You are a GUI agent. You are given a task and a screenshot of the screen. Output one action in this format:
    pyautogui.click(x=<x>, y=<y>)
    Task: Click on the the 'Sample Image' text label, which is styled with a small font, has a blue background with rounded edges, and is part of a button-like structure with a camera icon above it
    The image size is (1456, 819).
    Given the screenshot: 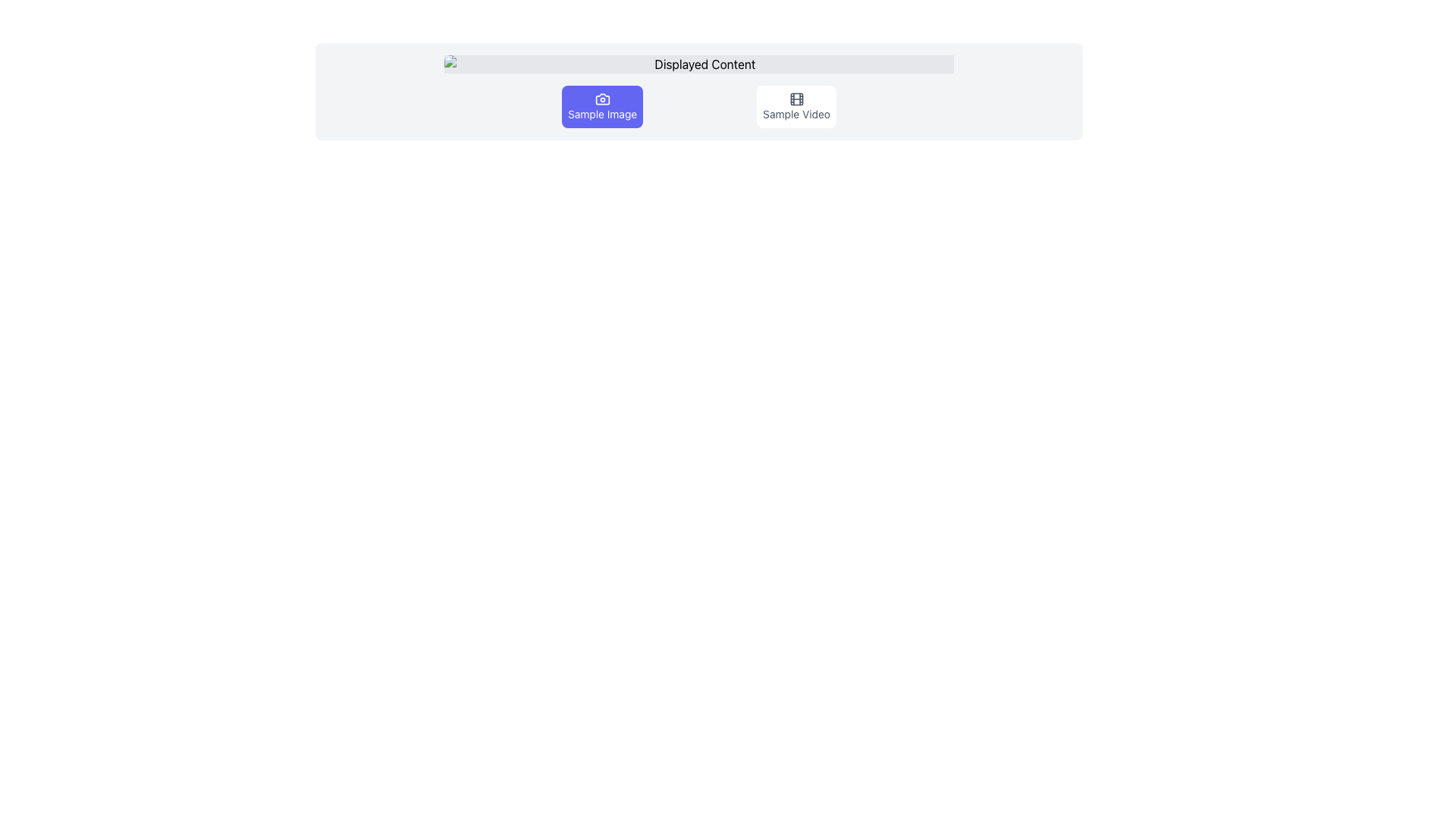 What is the action you would take?
    pyautogui.click(x=601, y=113)
    